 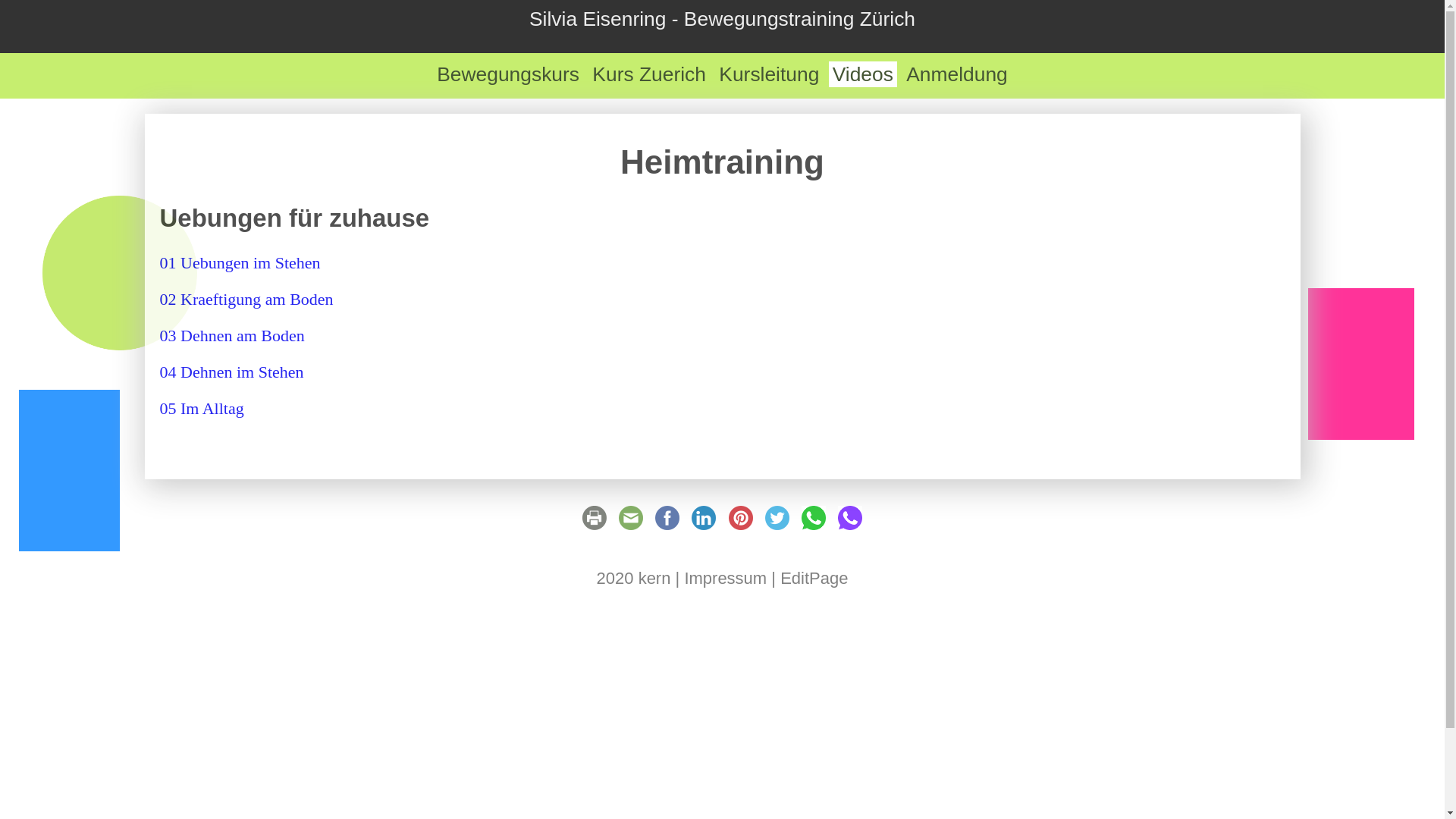 What do you see at coordinates (956, 74) in the screenshot?
I see `'Anmeldung'` at bounding box center [956, 74].